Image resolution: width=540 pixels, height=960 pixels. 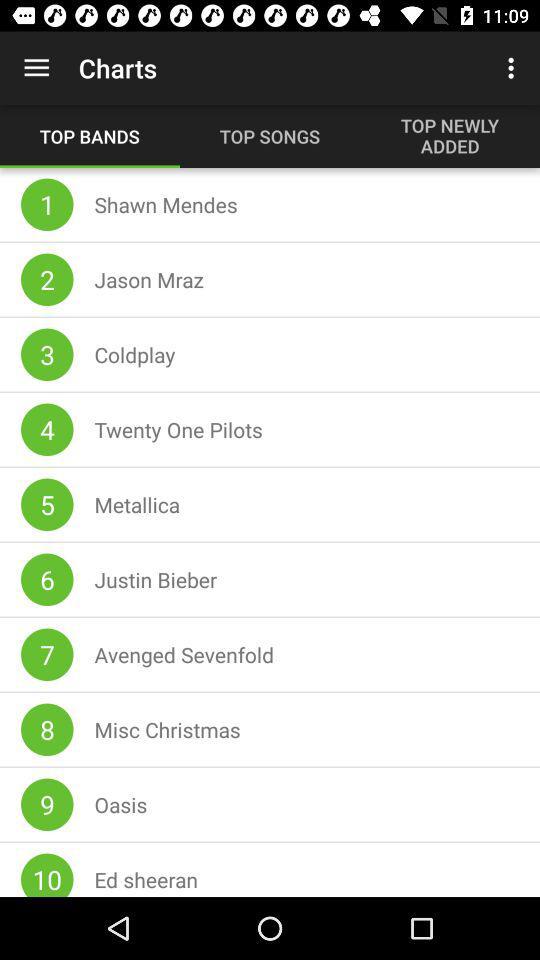 I want to click on item next to charts, so click(x=36, y=68).